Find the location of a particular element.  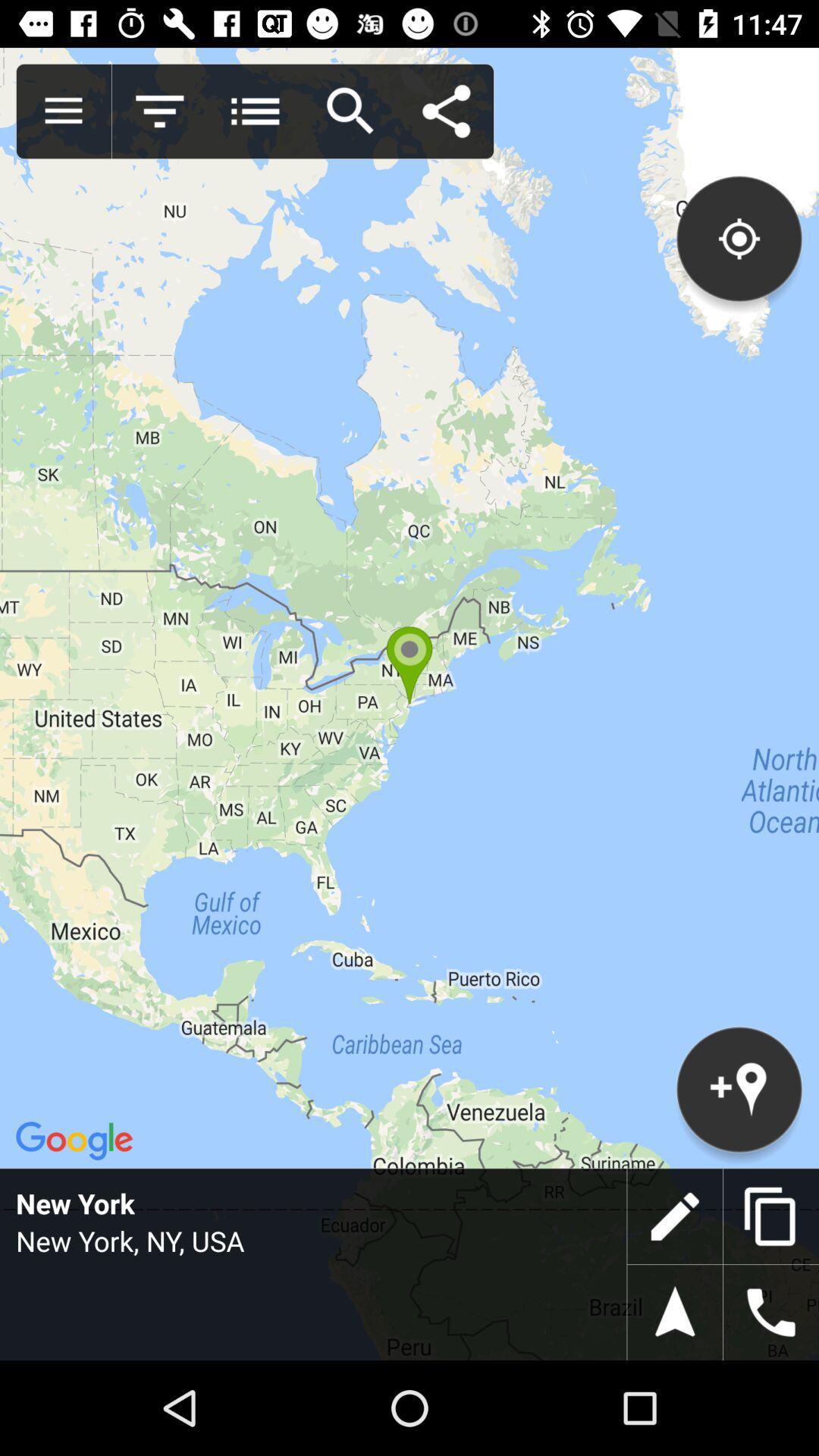

call is located at coordinates (771, 1312).